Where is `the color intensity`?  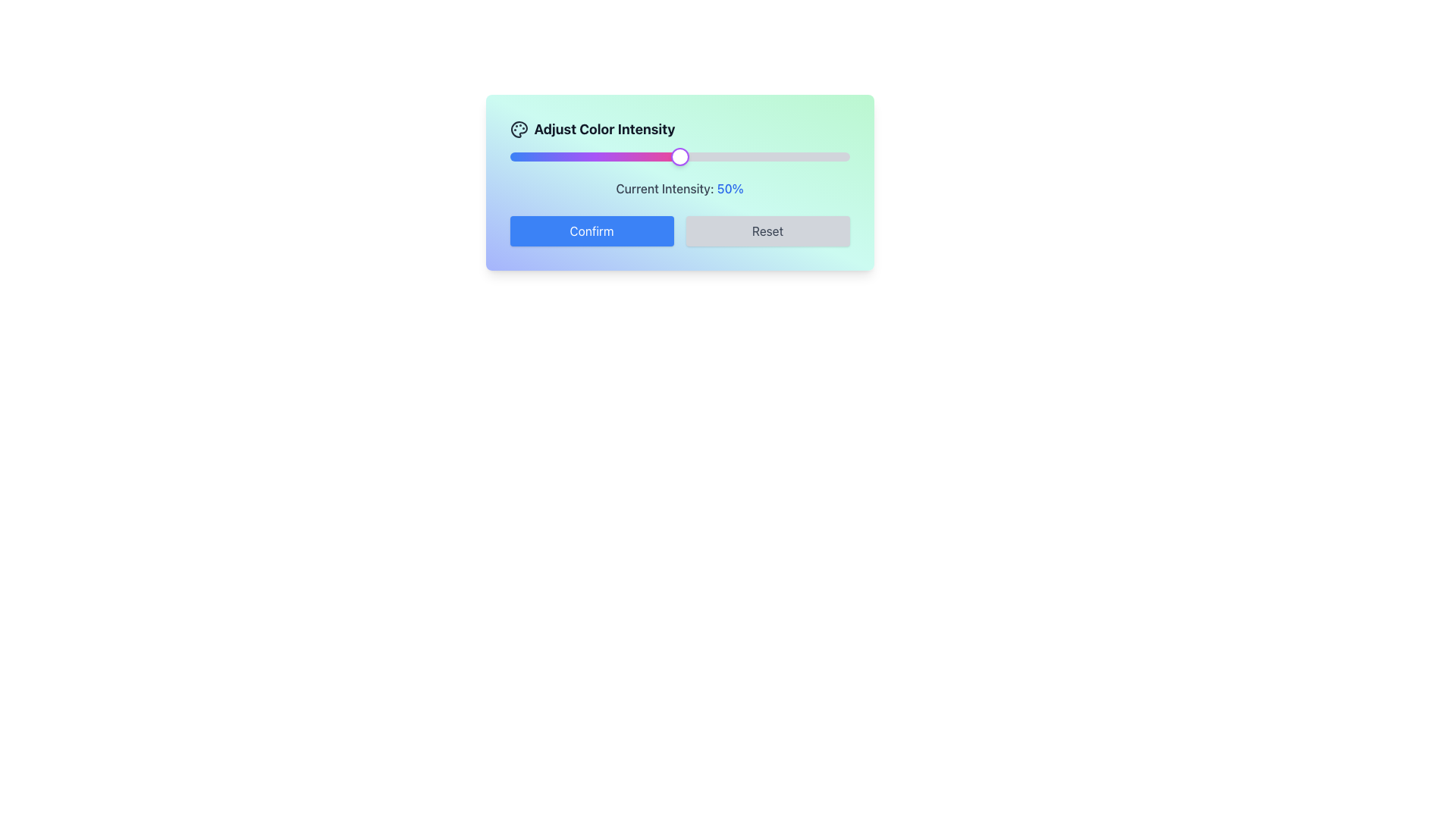 the color intensity is located at coordinates (825, 157).